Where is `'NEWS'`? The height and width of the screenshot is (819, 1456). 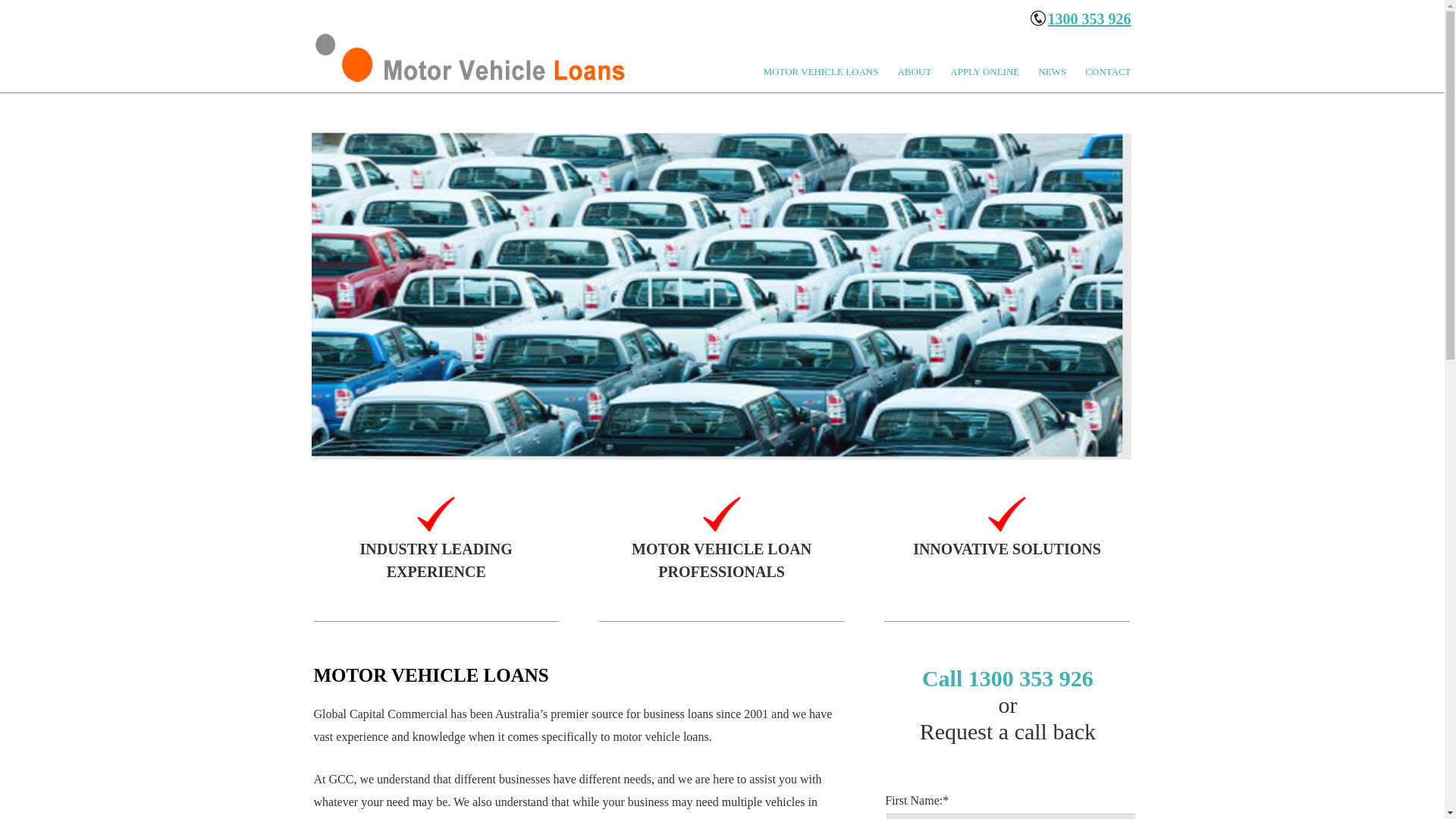 'NEWS' is located at coordinates (1037, 71).